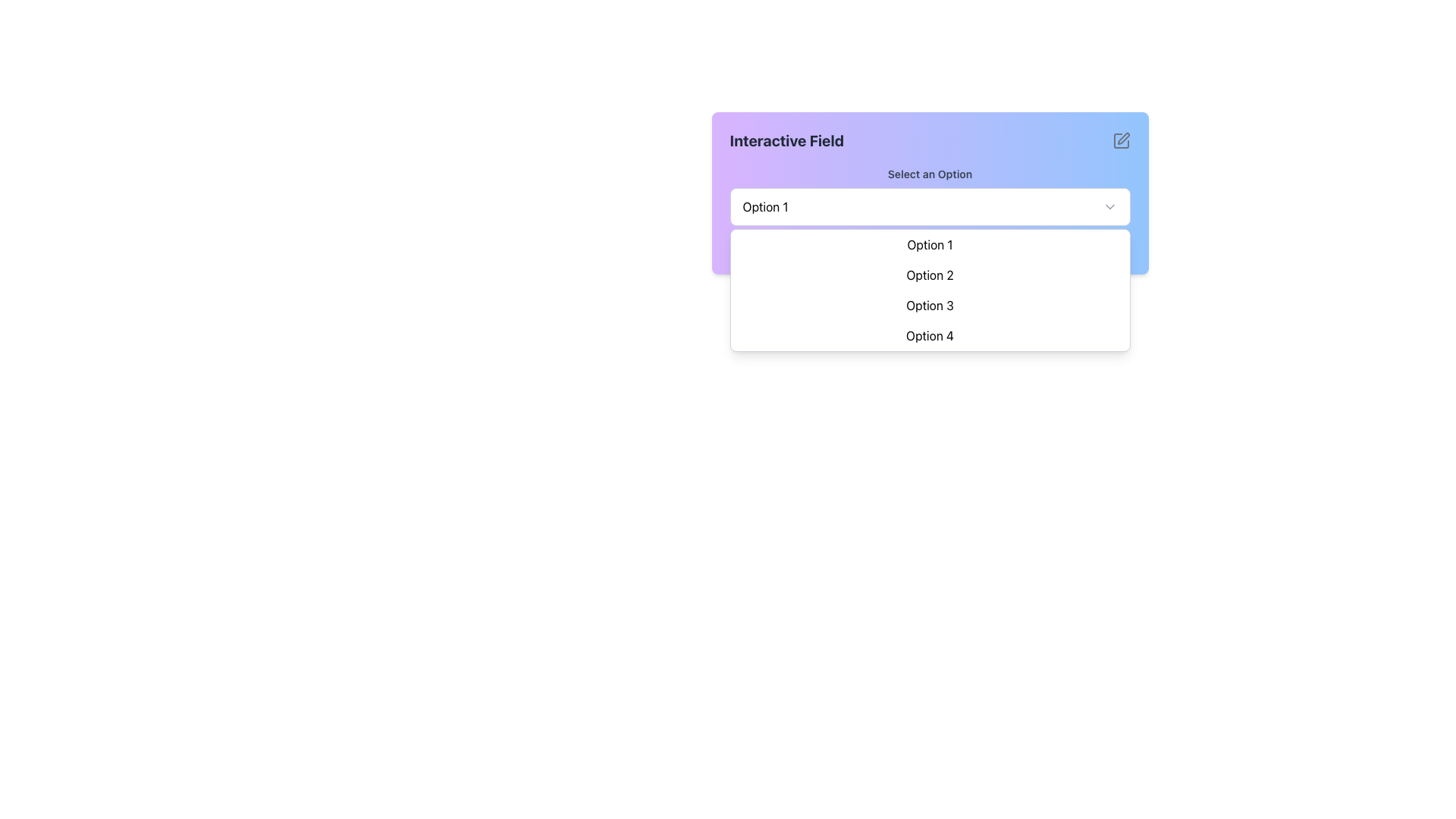  I want to click on the first choice in the dropdown menu labeled 'Option 1', so click(968, 247).